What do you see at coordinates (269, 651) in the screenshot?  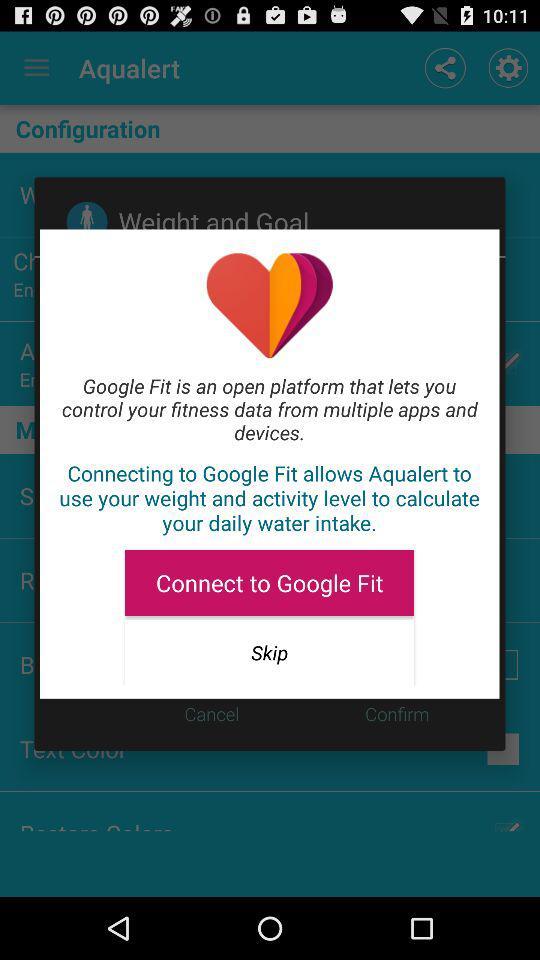 I see `icon below the connect to google` at bounding box center [269, 651].